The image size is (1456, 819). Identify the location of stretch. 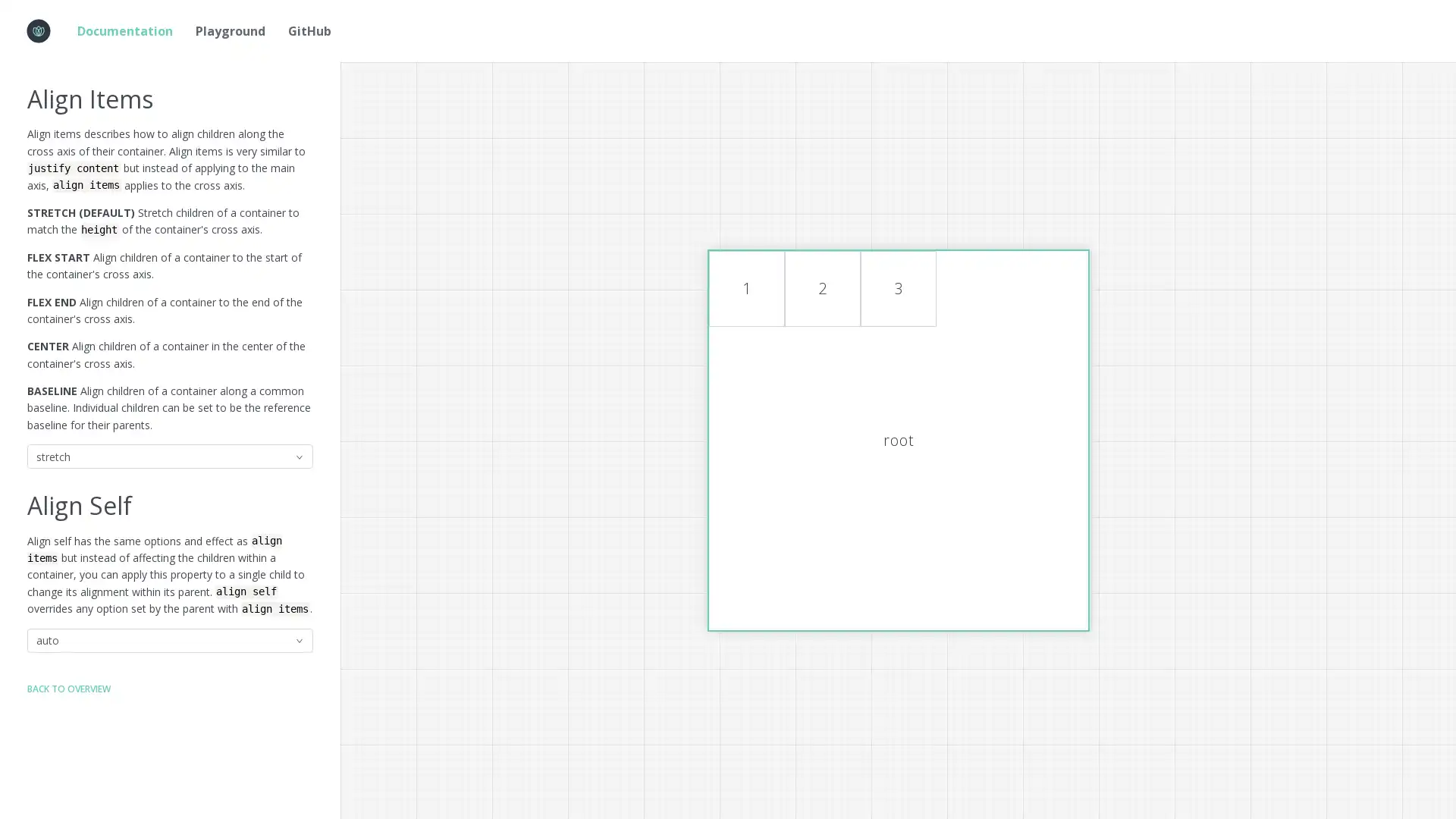
(170, 455).